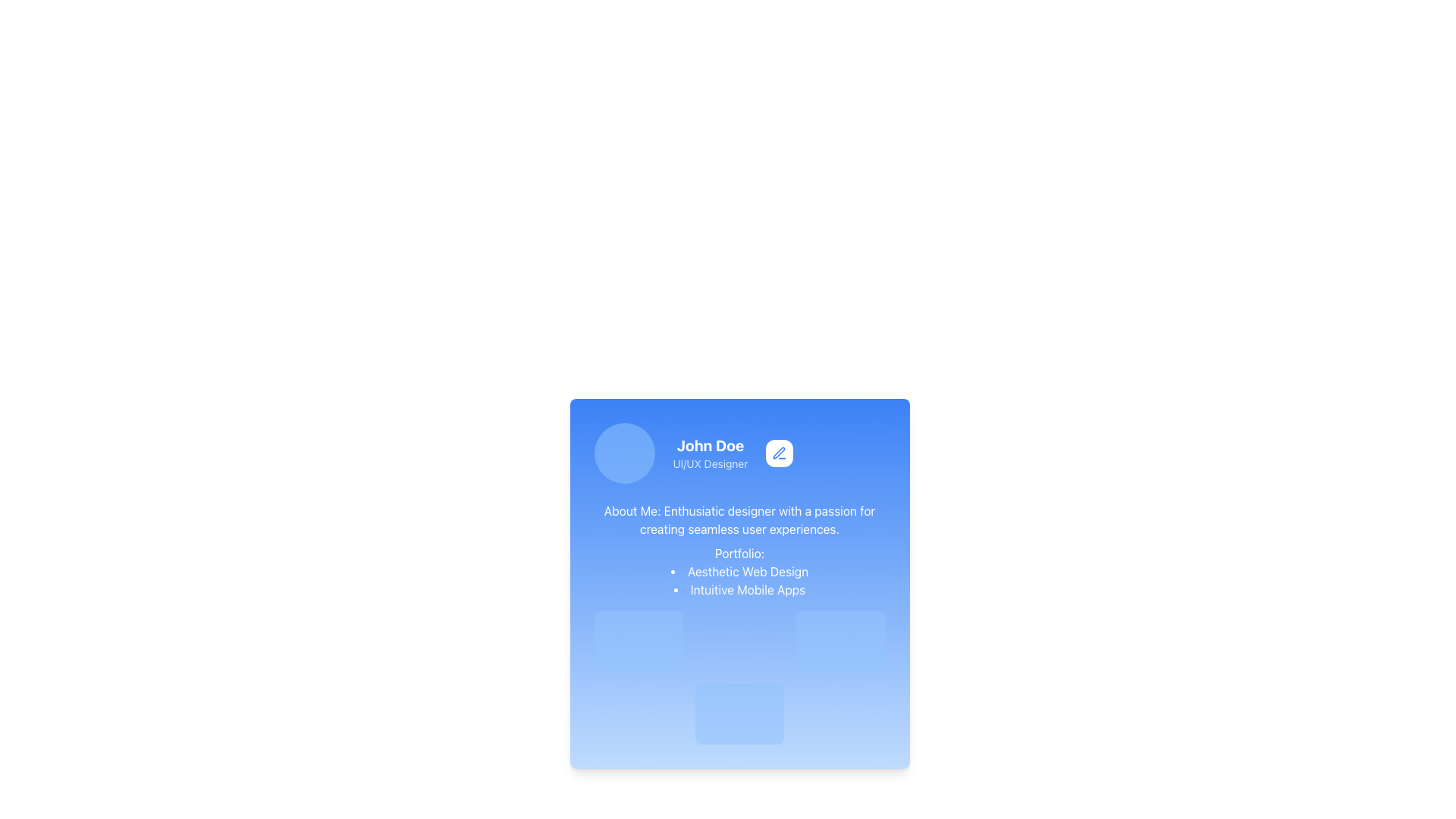 The width and height of the screenshot is (1456, 819). Describe the element at coordinates (780, 452) in the screenshot. I see `the edit icon located in the top-right corner of the profile card to initiate an edit action` at that location.